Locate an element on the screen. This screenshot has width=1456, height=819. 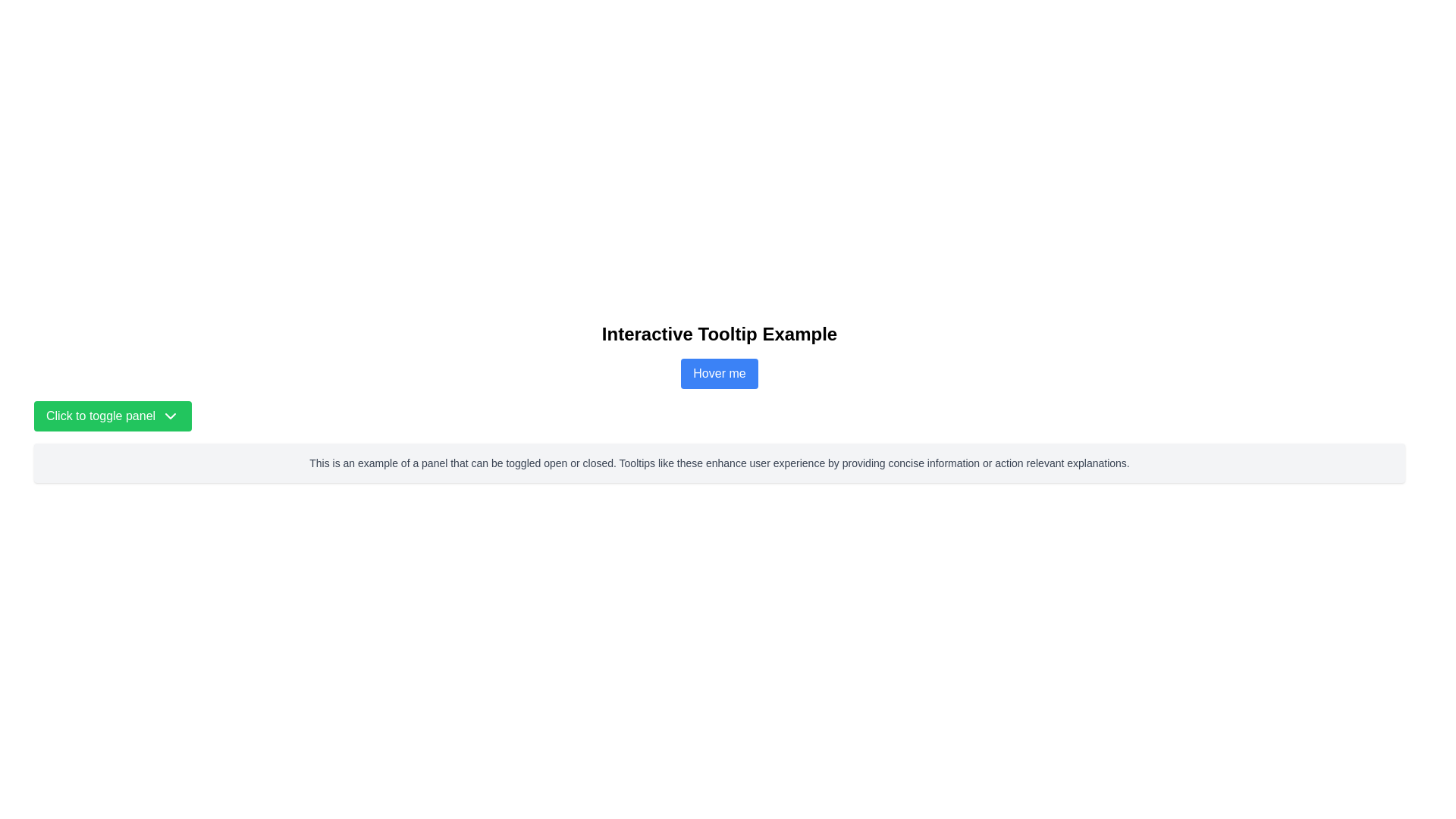
the small downward-facing chevron icon located on the right side of the green button labeled 'Click to toggle panel' is located at coordinates (171, 416).